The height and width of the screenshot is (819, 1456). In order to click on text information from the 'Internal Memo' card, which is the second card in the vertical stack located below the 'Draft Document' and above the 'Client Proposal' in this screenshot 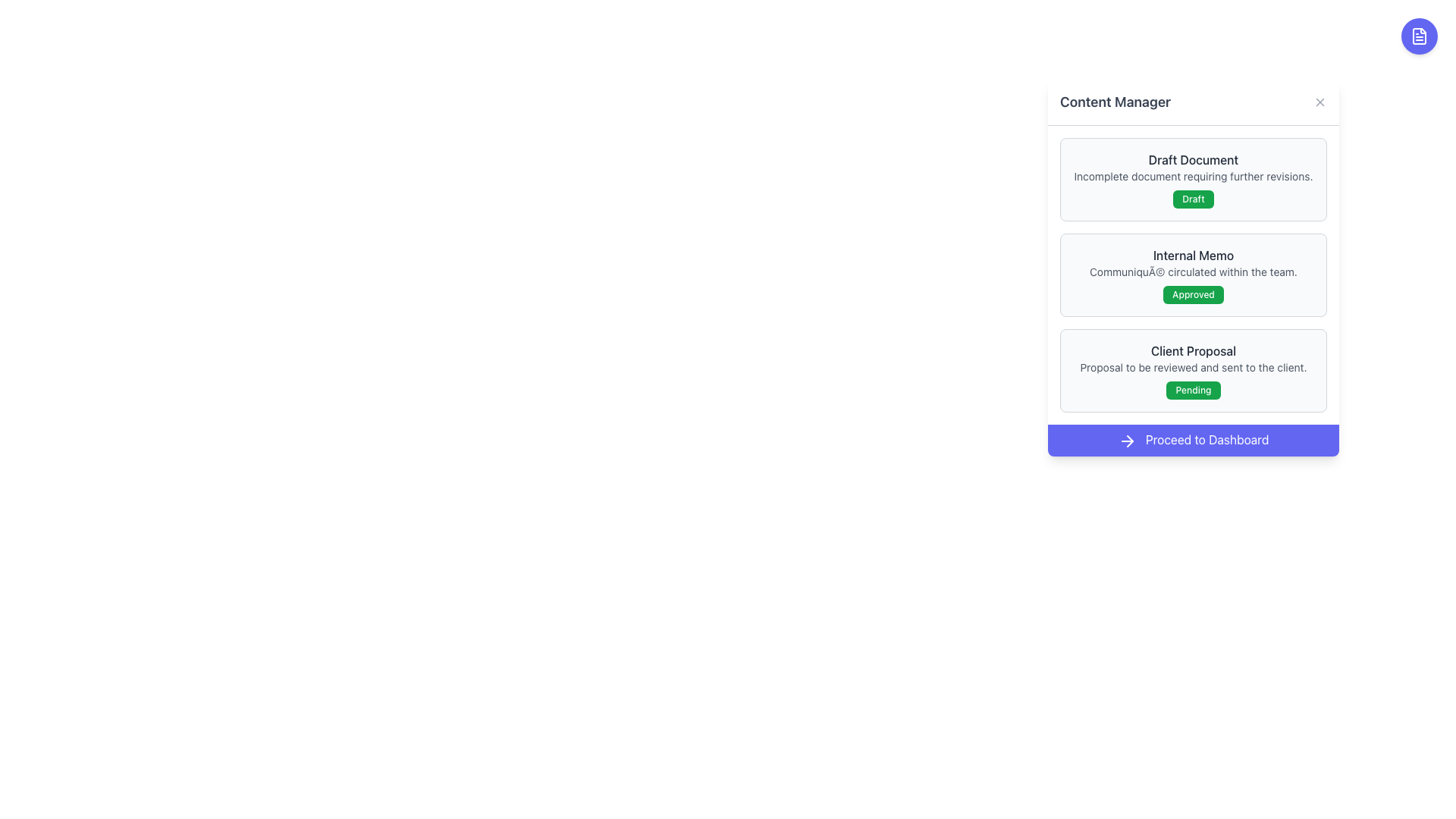, I will do `click(1193, 275)`.